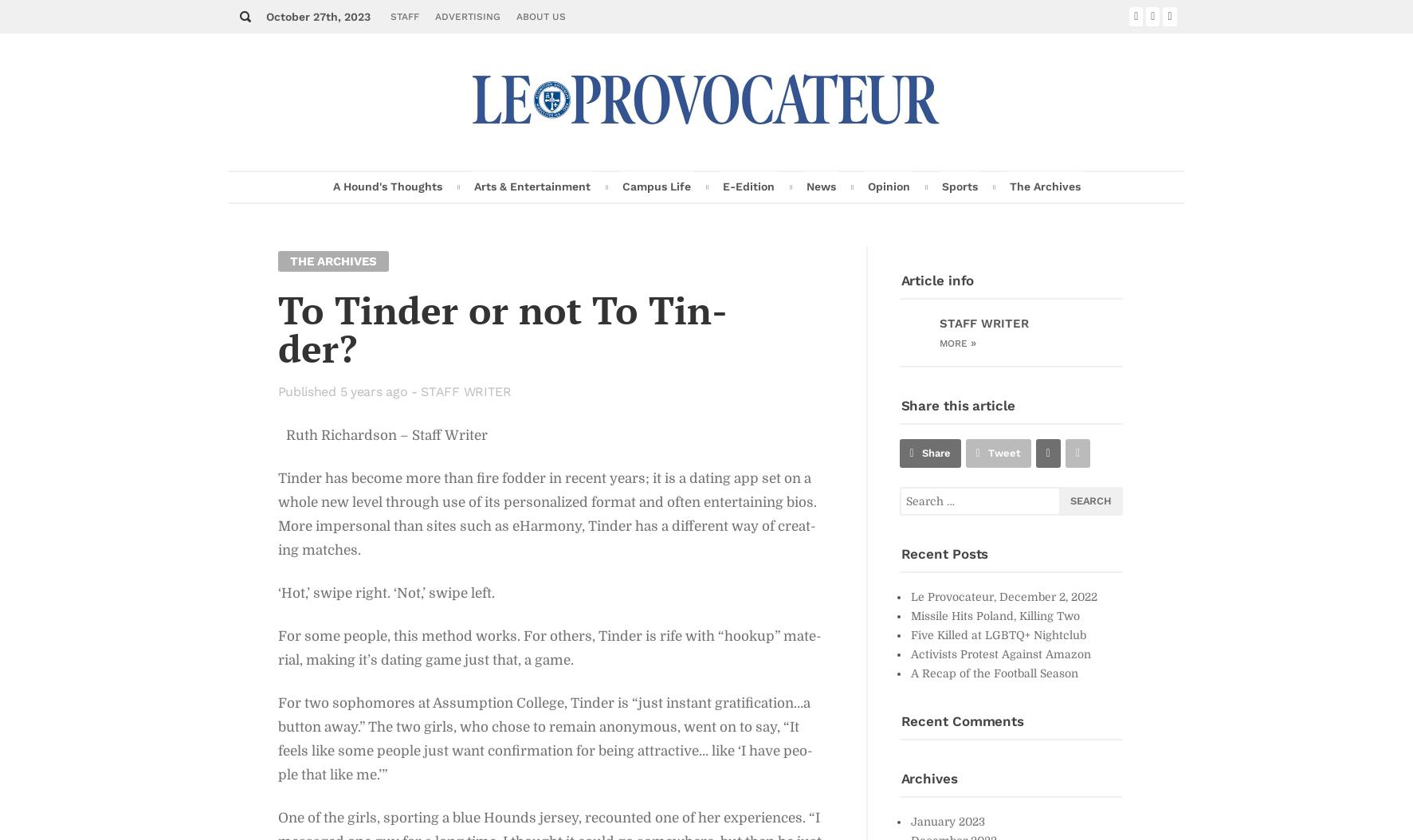 This screenshot has height=840, width=1413. What do you see at coordinates (999, 653) in the screenshot?
I see `'Ac­tivists Protest Against Ama­zon'` at bounding box center [999, 653].